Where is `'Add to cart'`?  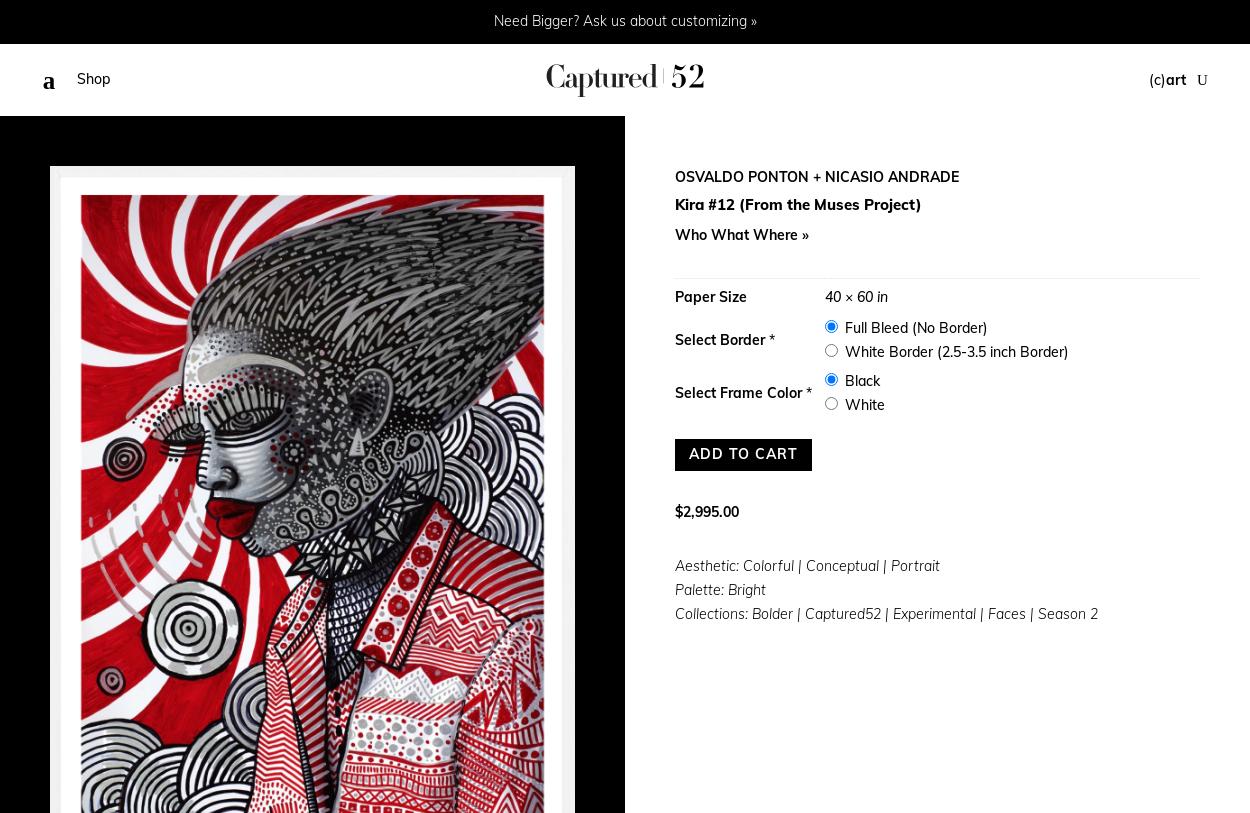 'Add to cart' is located at coordinates (742, 453).